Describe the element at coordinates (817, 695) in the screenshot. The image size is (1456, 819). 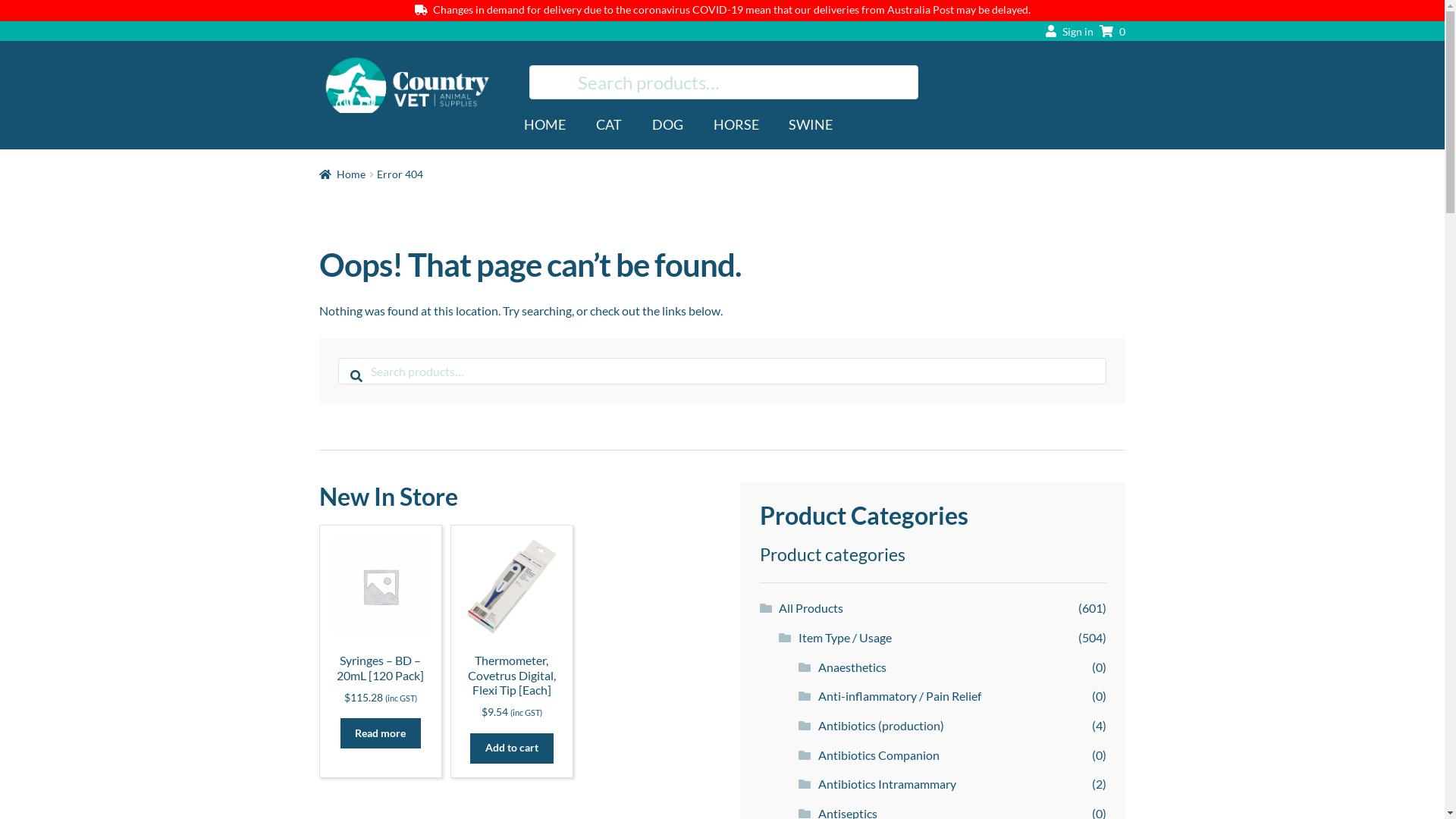
I see `'Anti-inflammatory / Pain Relief'` at that location.